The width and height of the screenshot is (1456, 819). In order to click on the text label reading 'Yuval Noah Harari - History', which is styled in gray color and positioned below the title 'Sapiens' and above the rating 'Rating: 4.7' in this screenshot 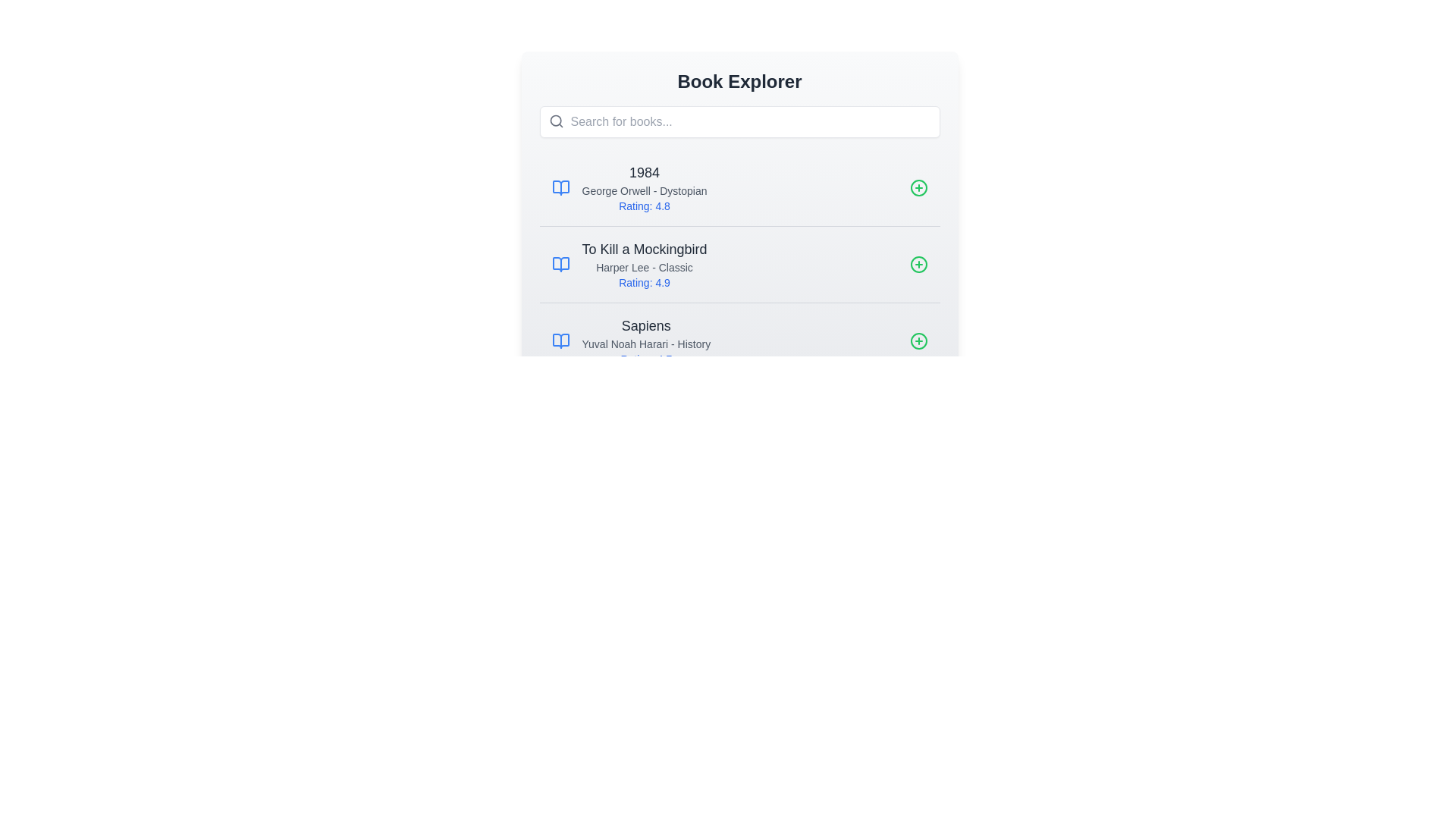, I will do `click(646, 344)`.